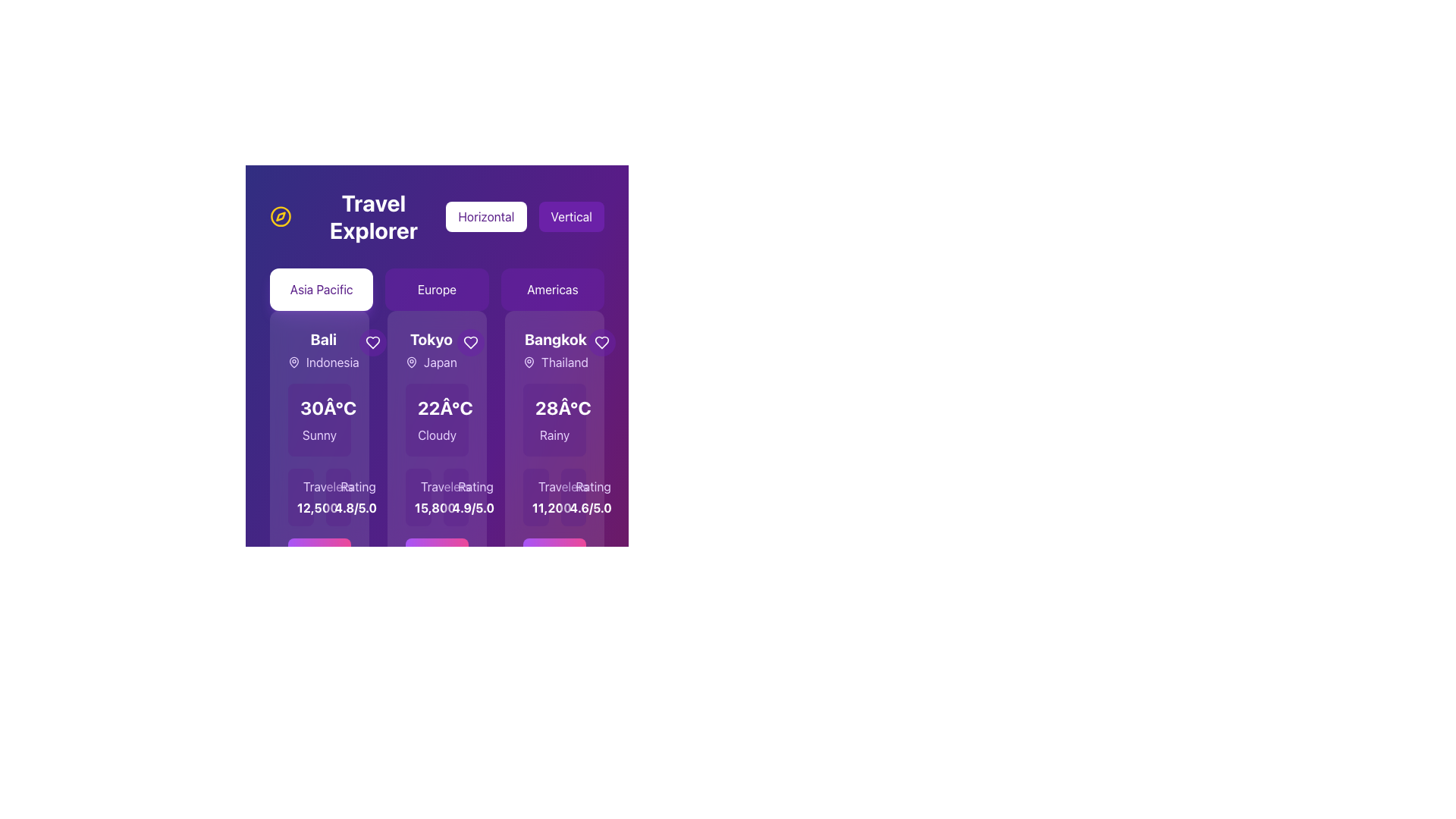 This screenshot has width=1456, height=819. What do you see at coordinates (562, 486) in the screenshot?
I see `the text label indicating the number of travelers associated with the destination 'Bangkok', positioned below the weather and country information and above the traveler's rating metrics` at bounding box center [562, 486].